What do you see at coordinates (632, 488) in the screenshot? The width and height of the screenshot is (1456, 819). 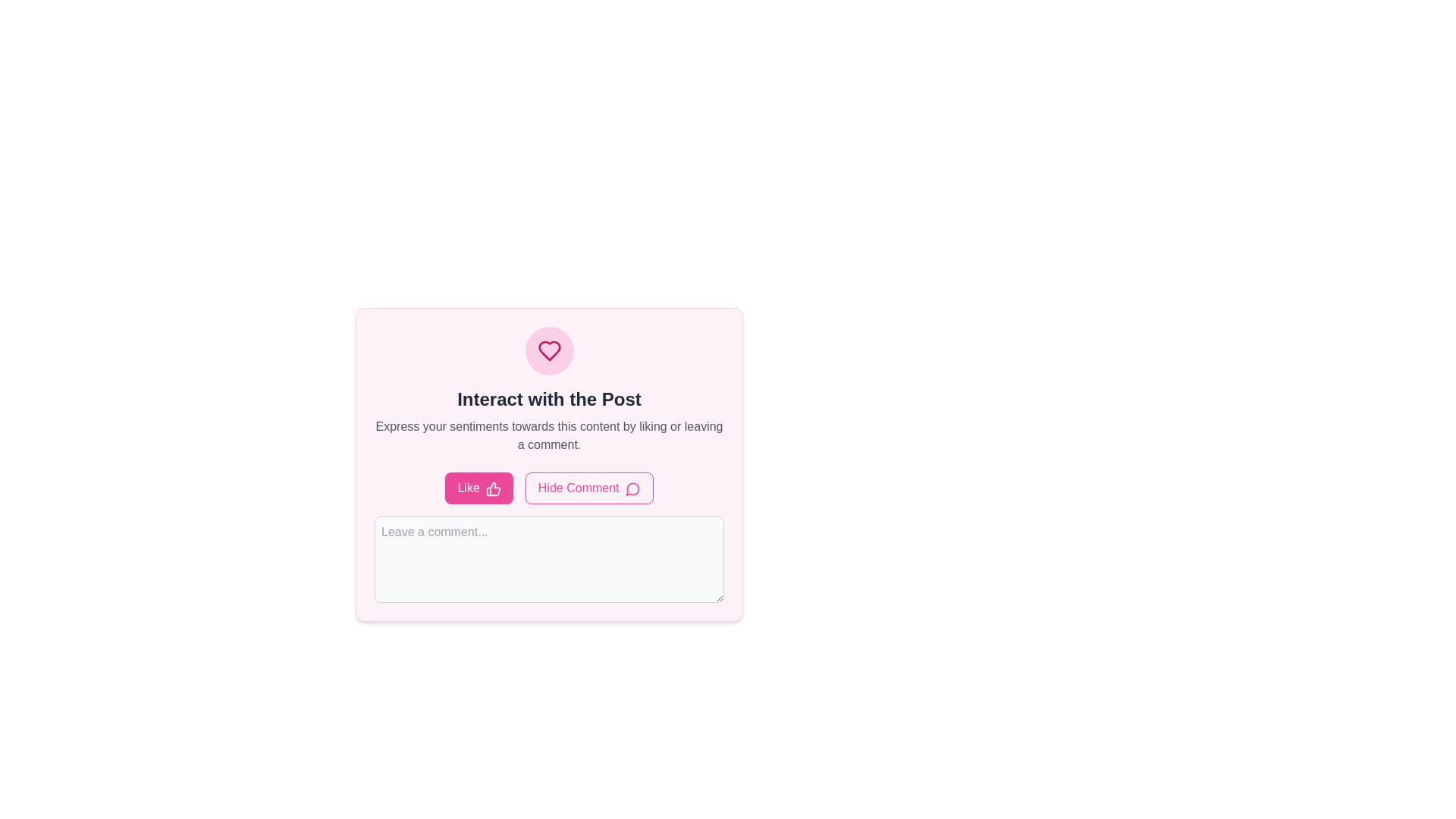 I see `the 'Hide Comment' button which contains a pinkish circular speech bubble icon on its right side` at bounding box center [632, 488].